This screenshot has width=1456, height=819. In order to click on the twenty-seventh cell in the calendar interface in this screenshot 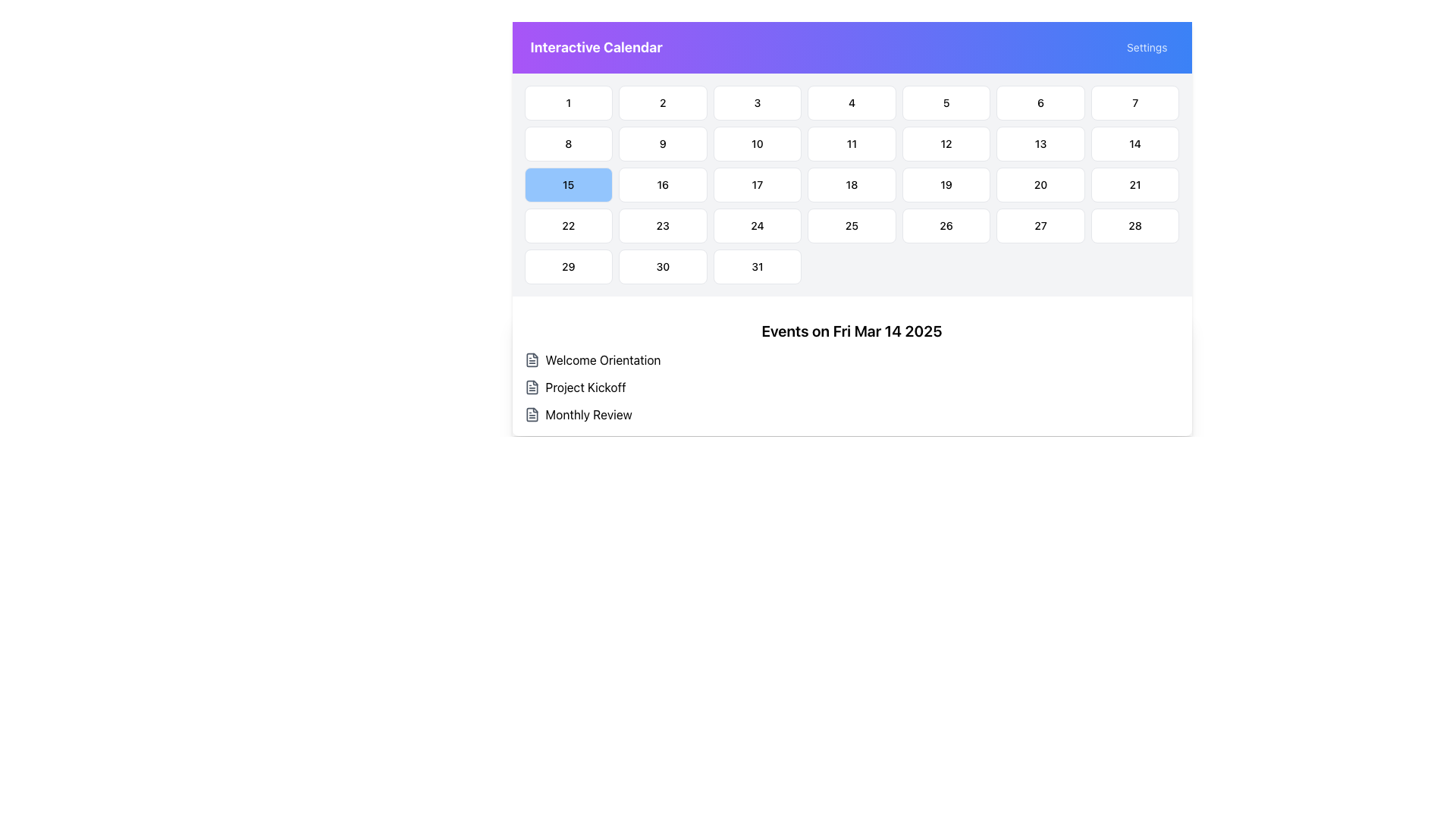, I will do `click(1040, 225)`.